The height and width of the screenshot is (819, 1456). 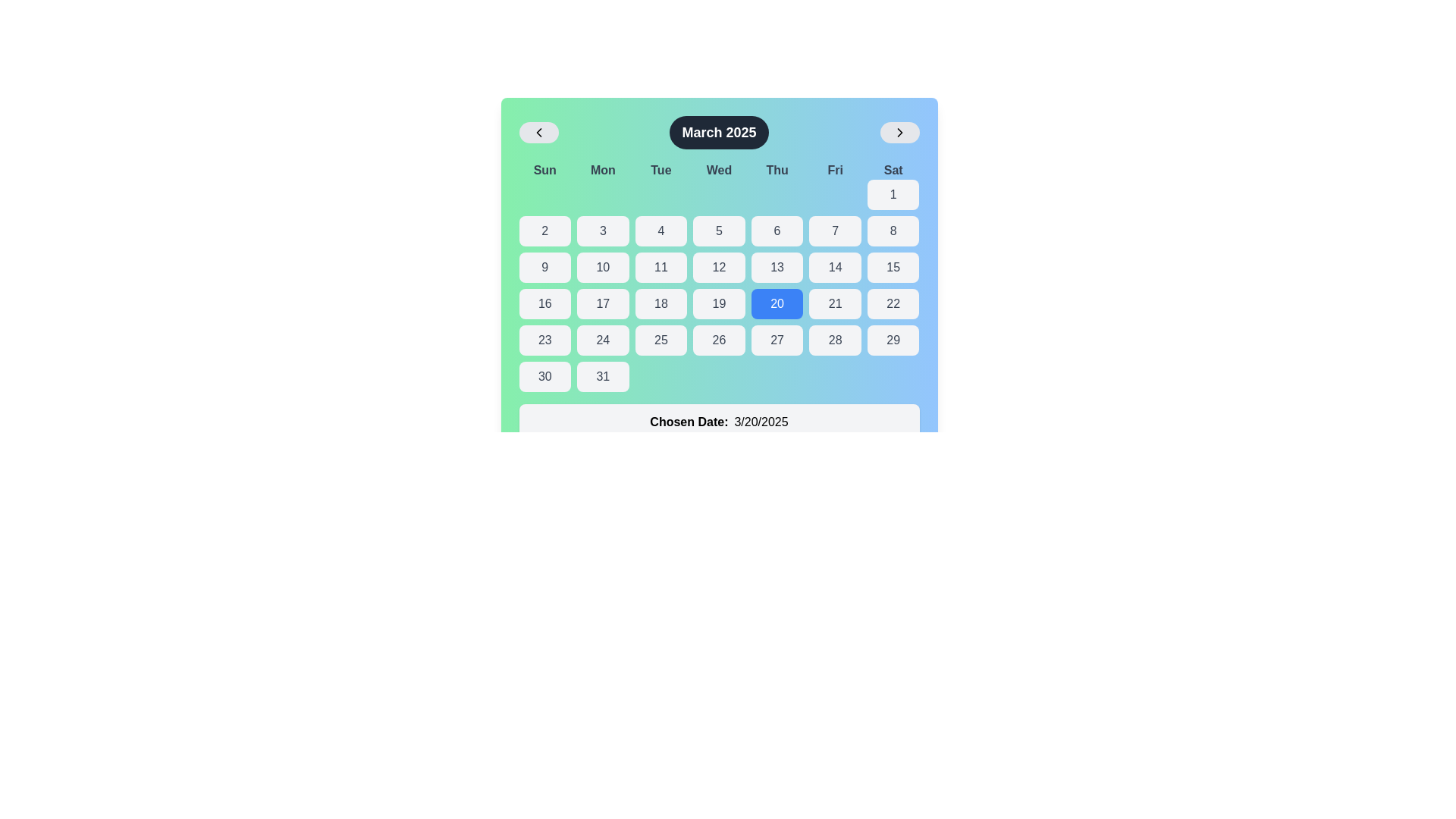 What do you see at coordinates (777, 304) in the screenshot?
I see `the selectable date button for March 20, 2025, located in the fourth row and fourth column of the calendar grid layout` at bounding box center [777, 304].